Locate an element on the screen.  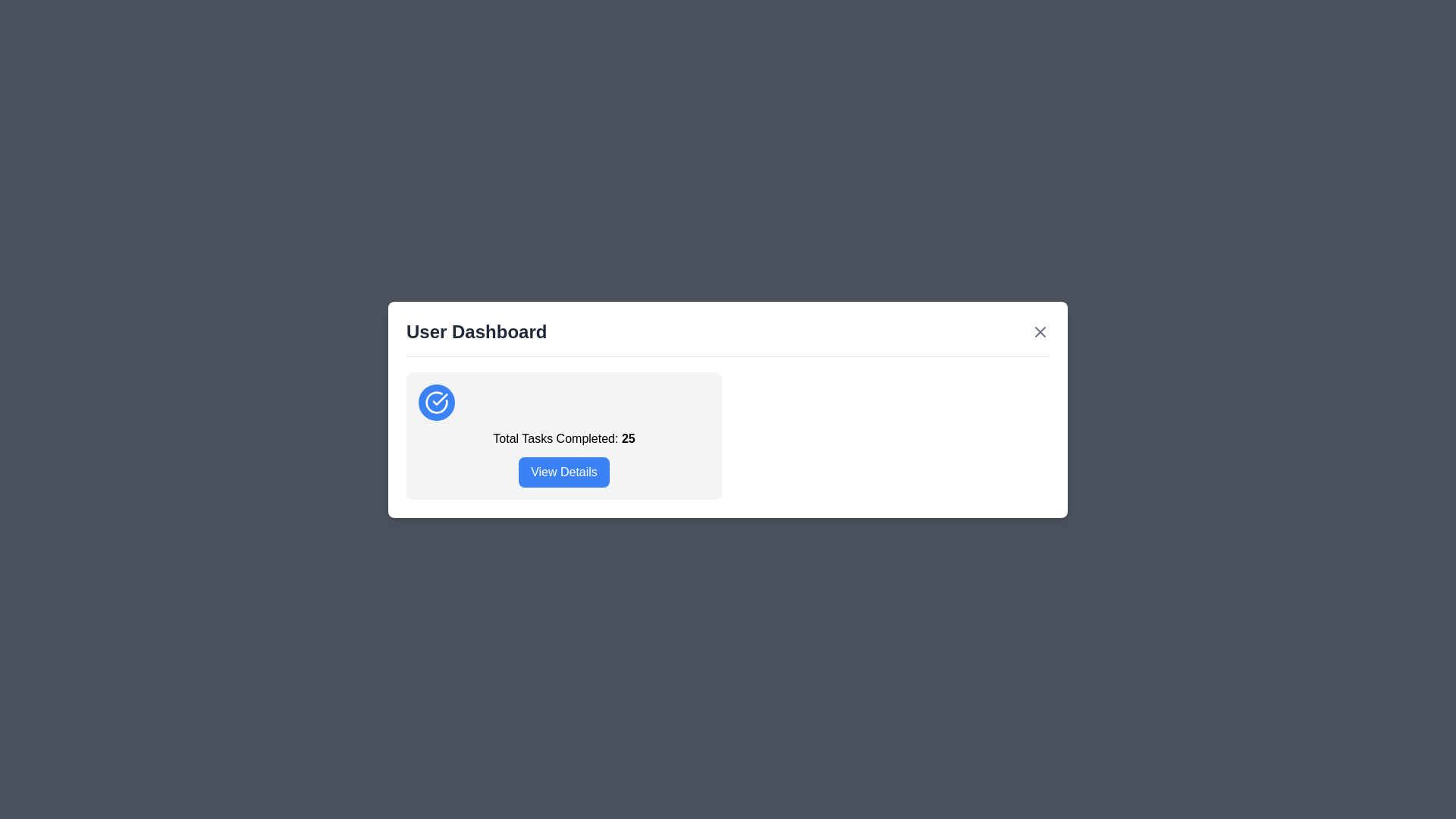
the button located at the lower center of the light gray card, which provides more detailed information about tasks completed is located at coordinates (563, 471).